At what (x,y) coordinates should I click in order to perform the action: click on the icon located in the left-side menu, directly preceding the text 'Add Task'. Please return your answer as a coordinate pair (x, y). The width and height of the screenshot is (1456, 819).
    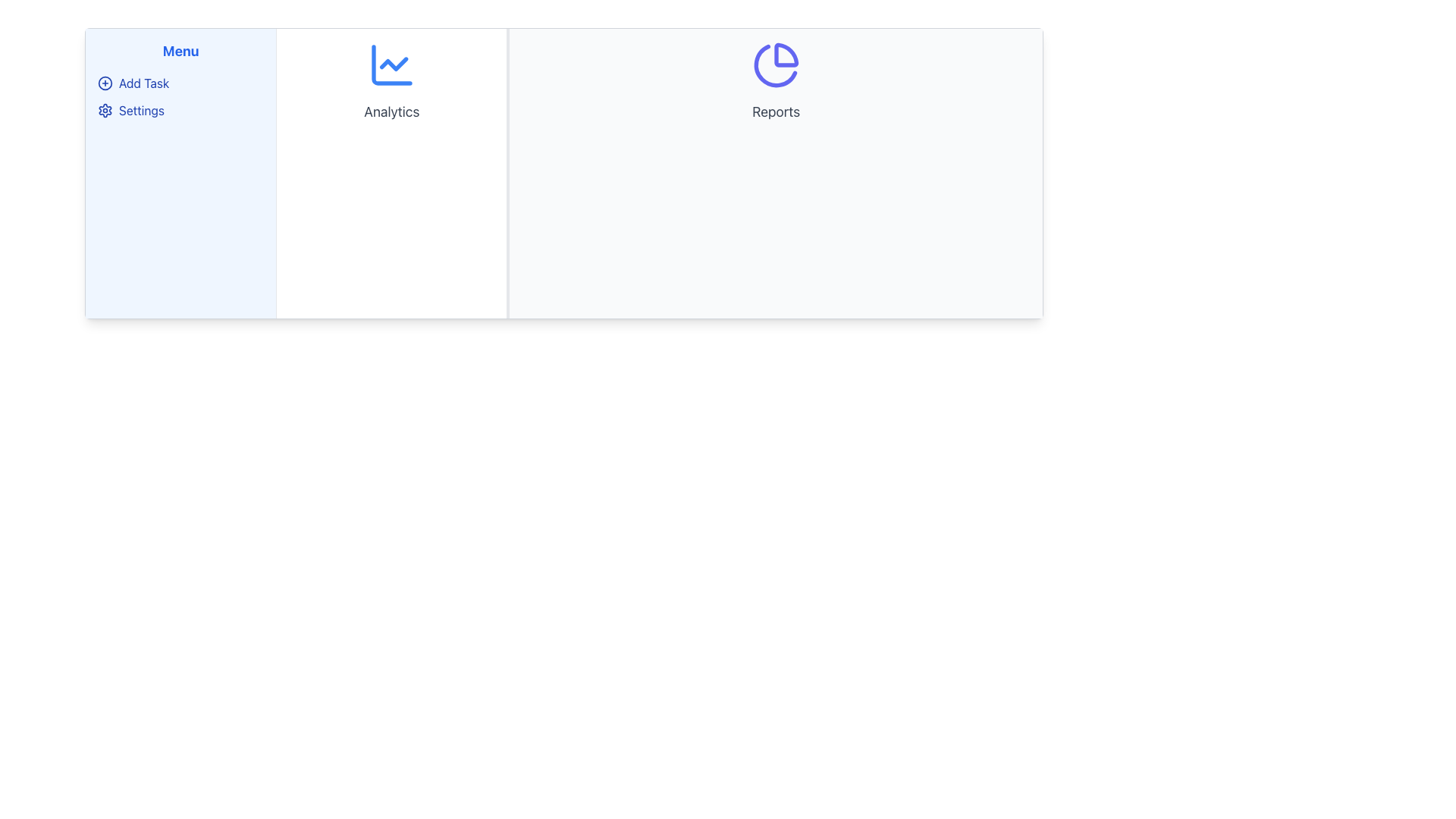
    Looking at the image, I should click on (105, 83).